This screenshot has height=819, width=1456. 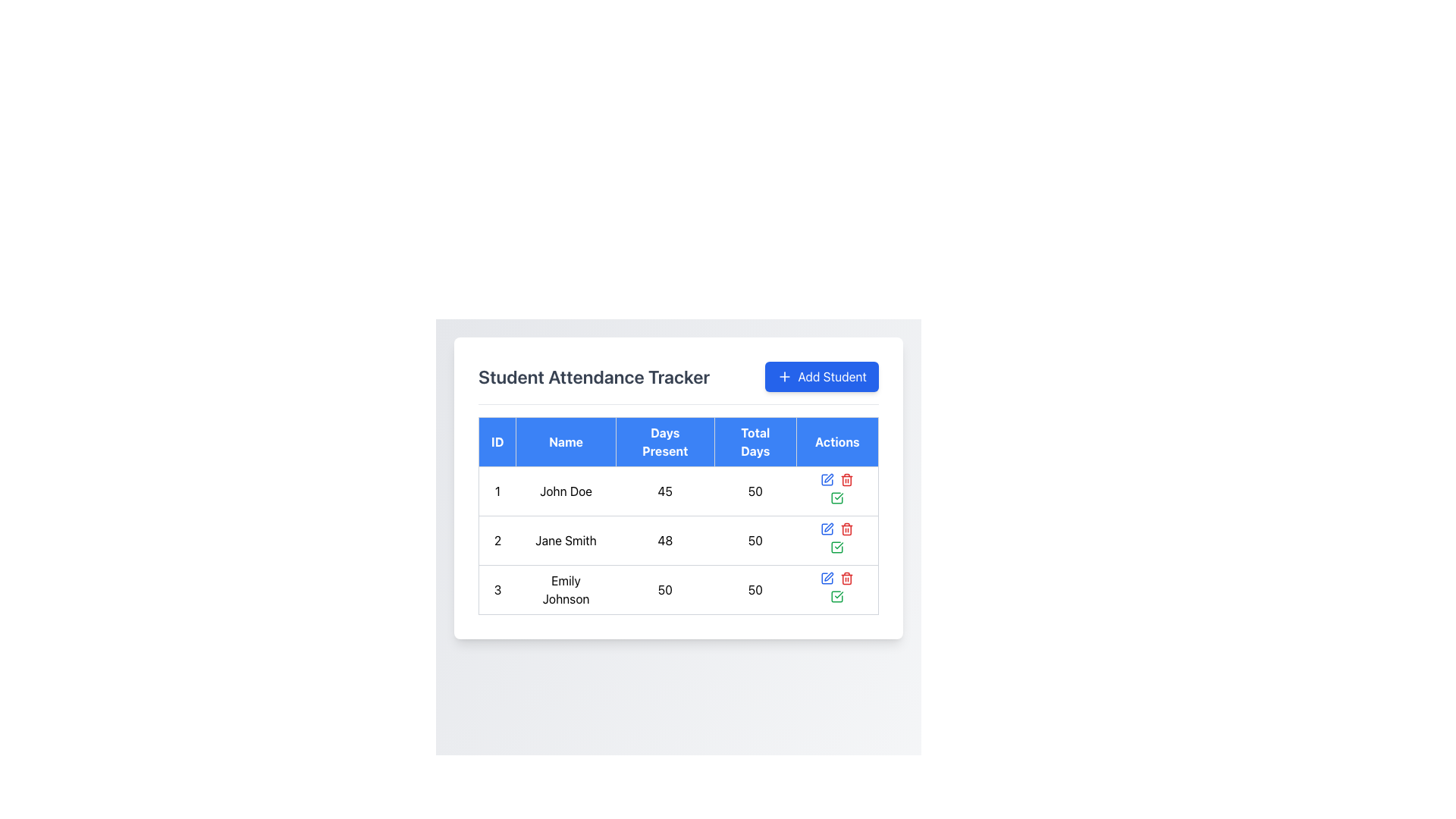 I want to click on the edit icon in the Actions column for the third row corresponding to 'Emily Johnson', so click(x=827, y=579).